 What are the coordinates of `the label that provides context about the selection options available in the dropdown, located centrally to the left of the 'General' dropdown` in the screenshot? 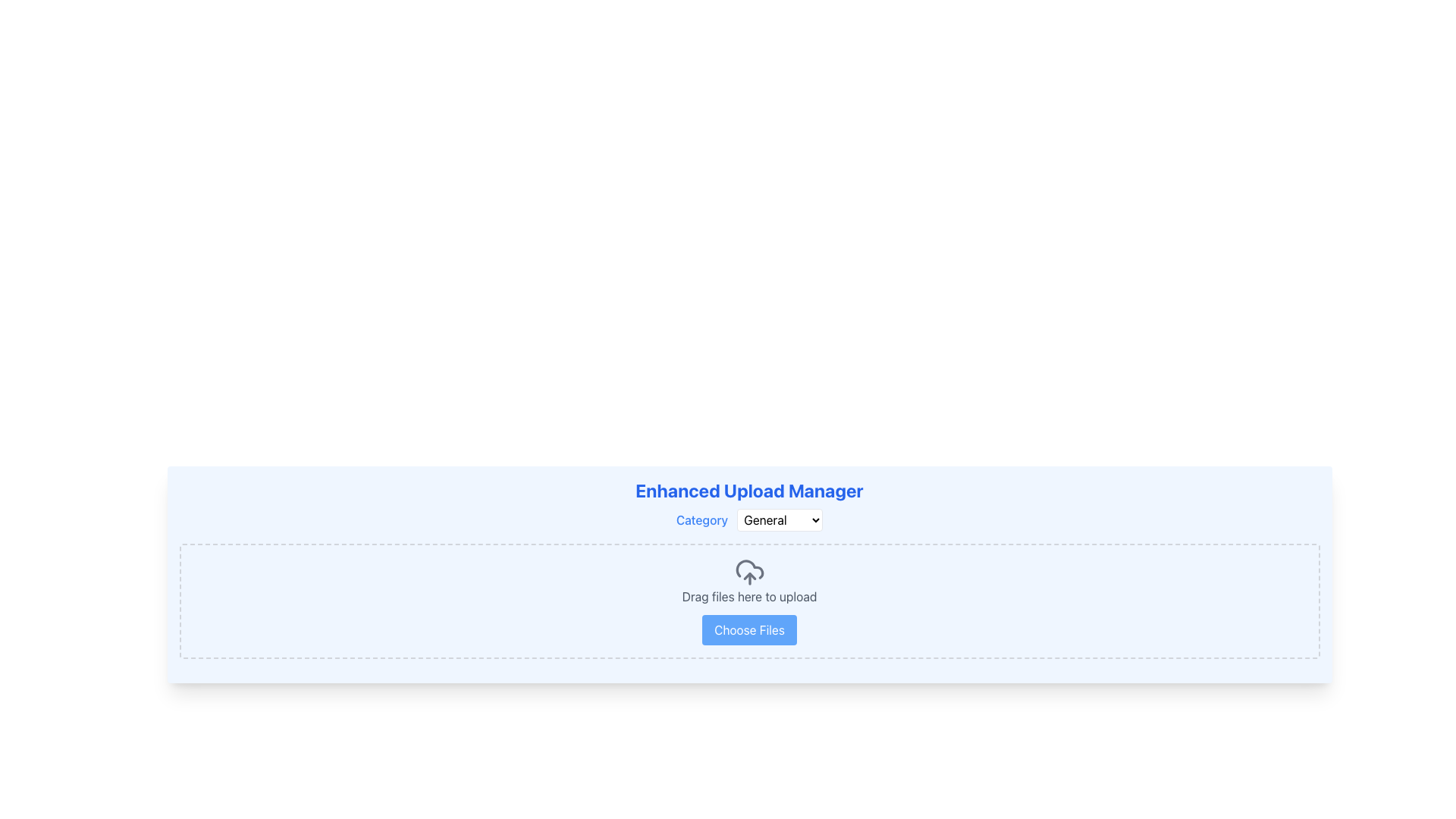 It's located at (701, 519).